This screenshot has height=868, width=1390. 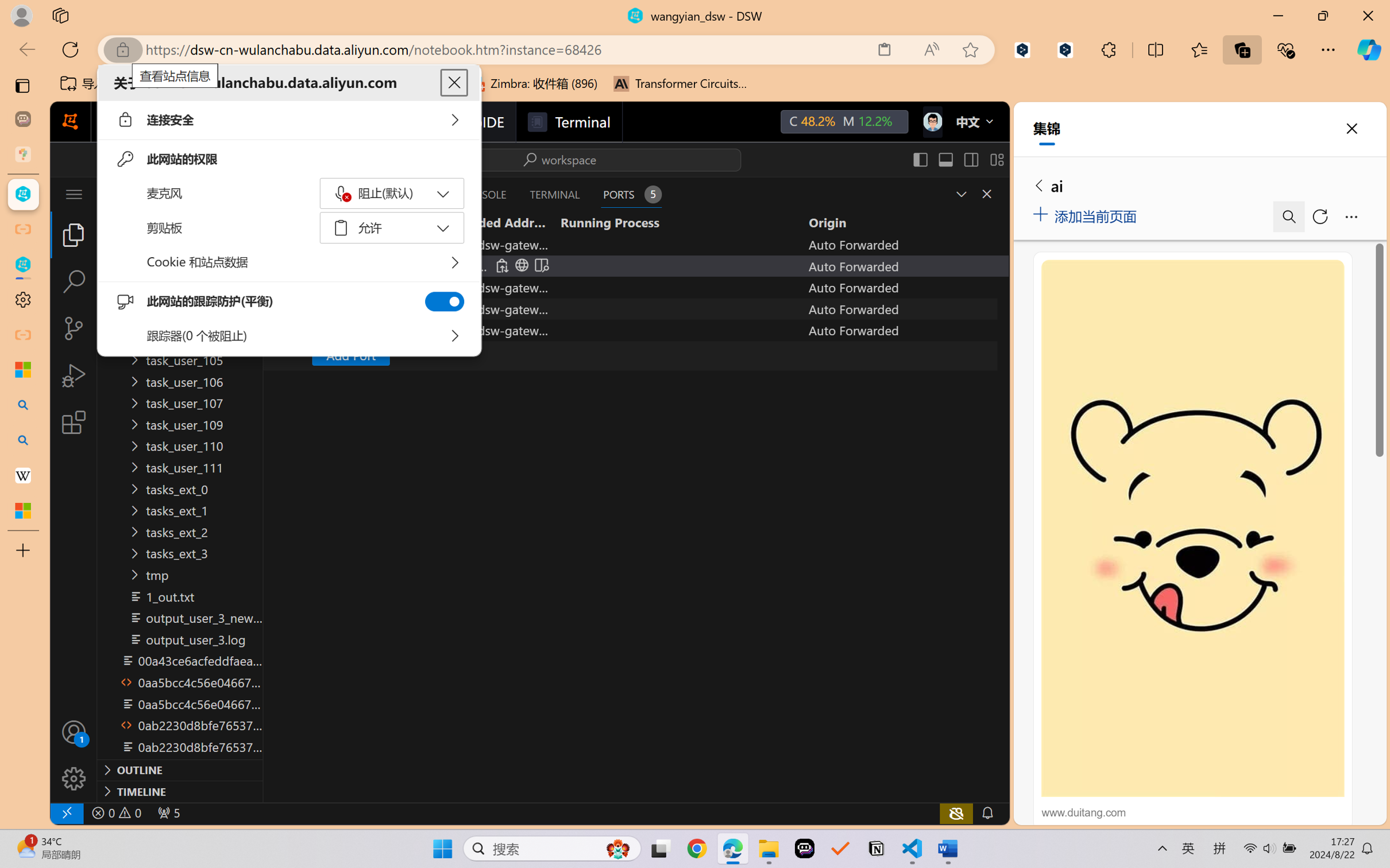 What do you see at coordinates (931, 121) in the screenshot?
I see `'Class: next-menu next-hoz widgets--iconMenu--BFkiHRM'` at bounding box center [931, 121].